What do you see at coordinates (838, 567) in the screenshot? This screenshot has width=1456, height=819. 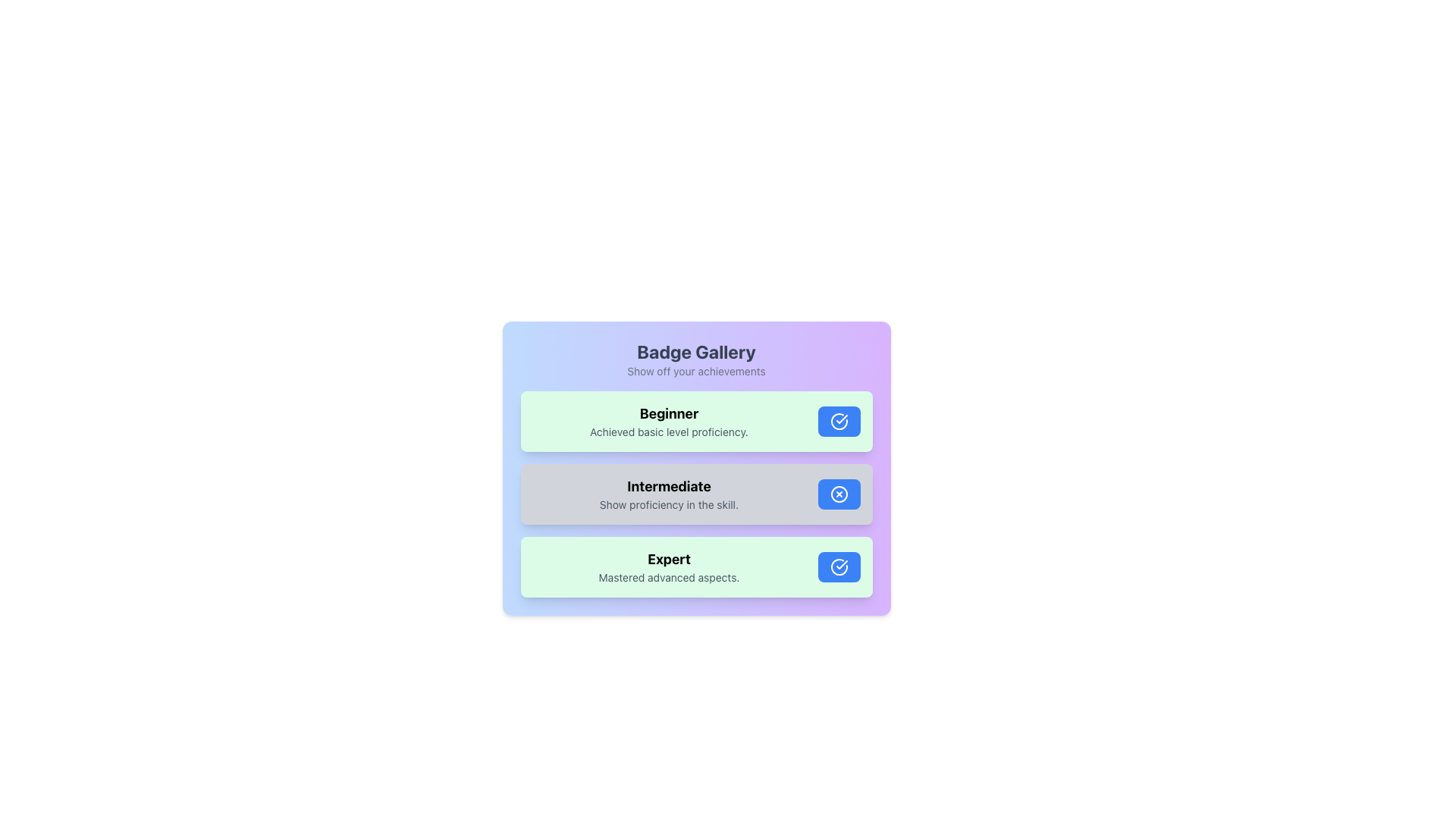 I see `the circular verification icon with a blue background and checkmark inside it, located in the bottom section of the 'Expert' entry button in a three-item list` at bounding box center [838, 567].